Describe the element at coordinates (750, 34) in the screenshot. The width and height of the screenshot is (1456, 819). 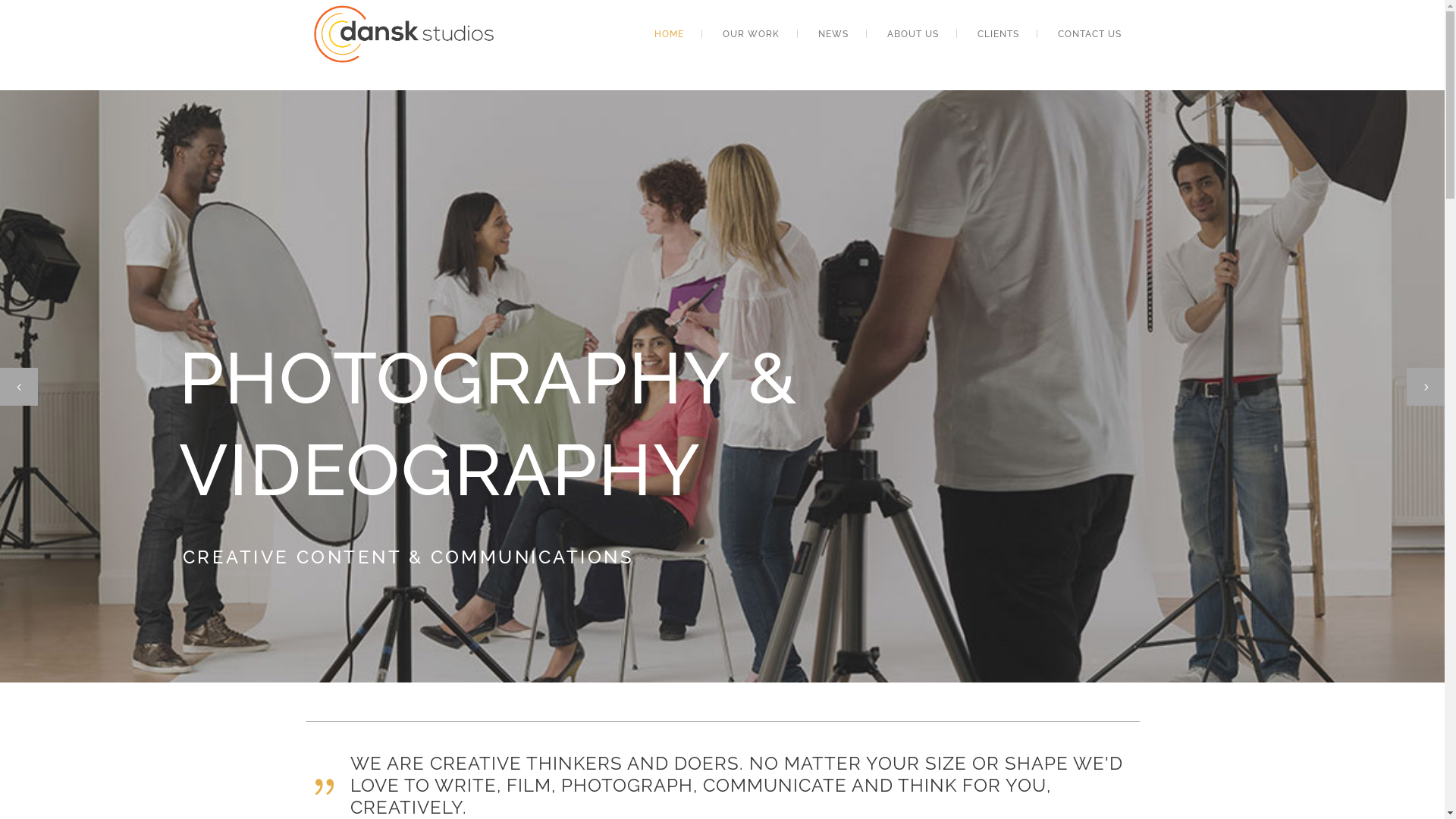
I see `'OUR WORK'` at that location.